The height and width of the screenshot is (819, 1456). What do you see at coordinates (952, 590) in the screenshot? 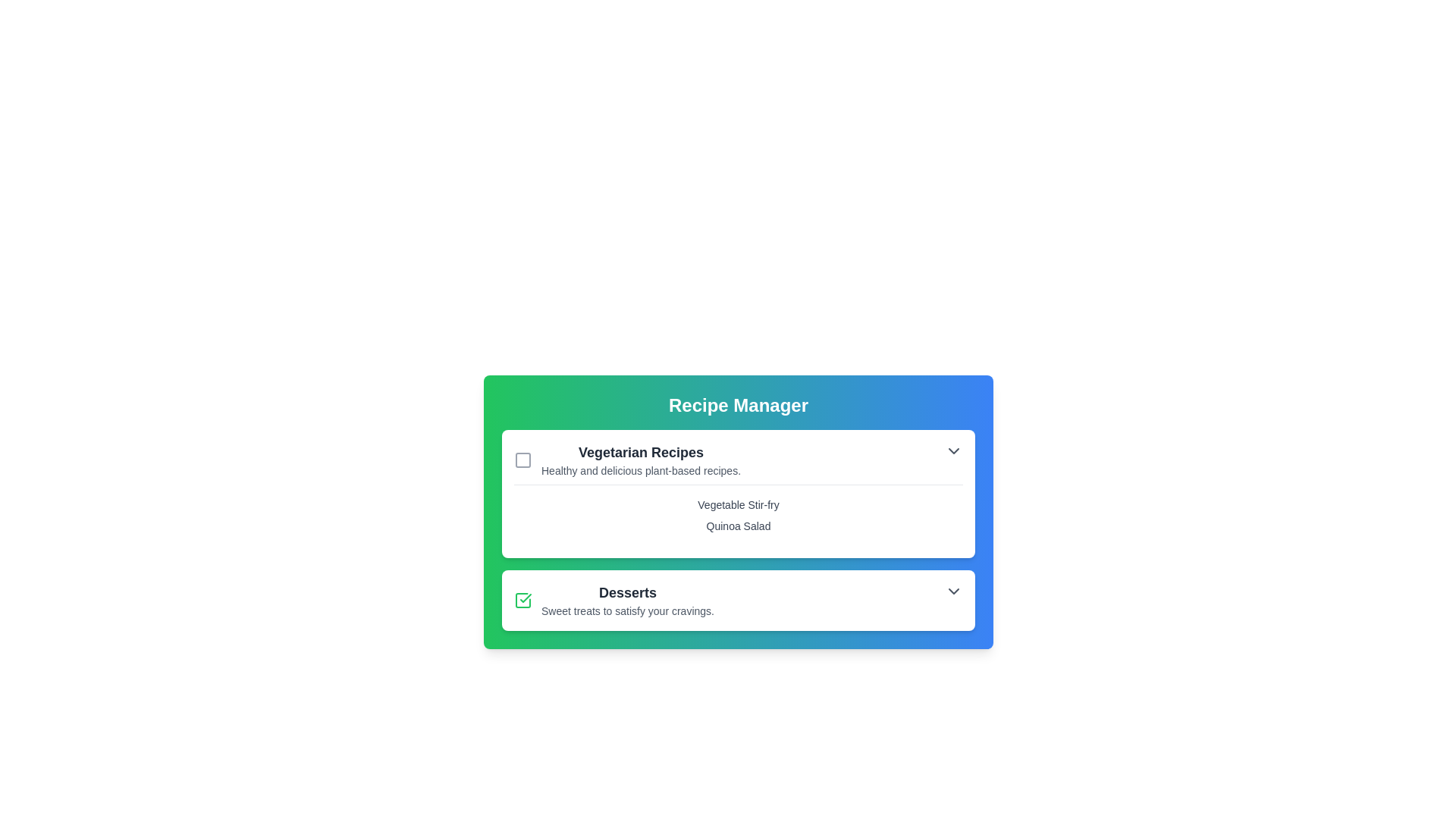
I see `the downward triangle-shaped chevron icon button located at the far right of the 'Desserts' section` at bounding box center [952, 590].